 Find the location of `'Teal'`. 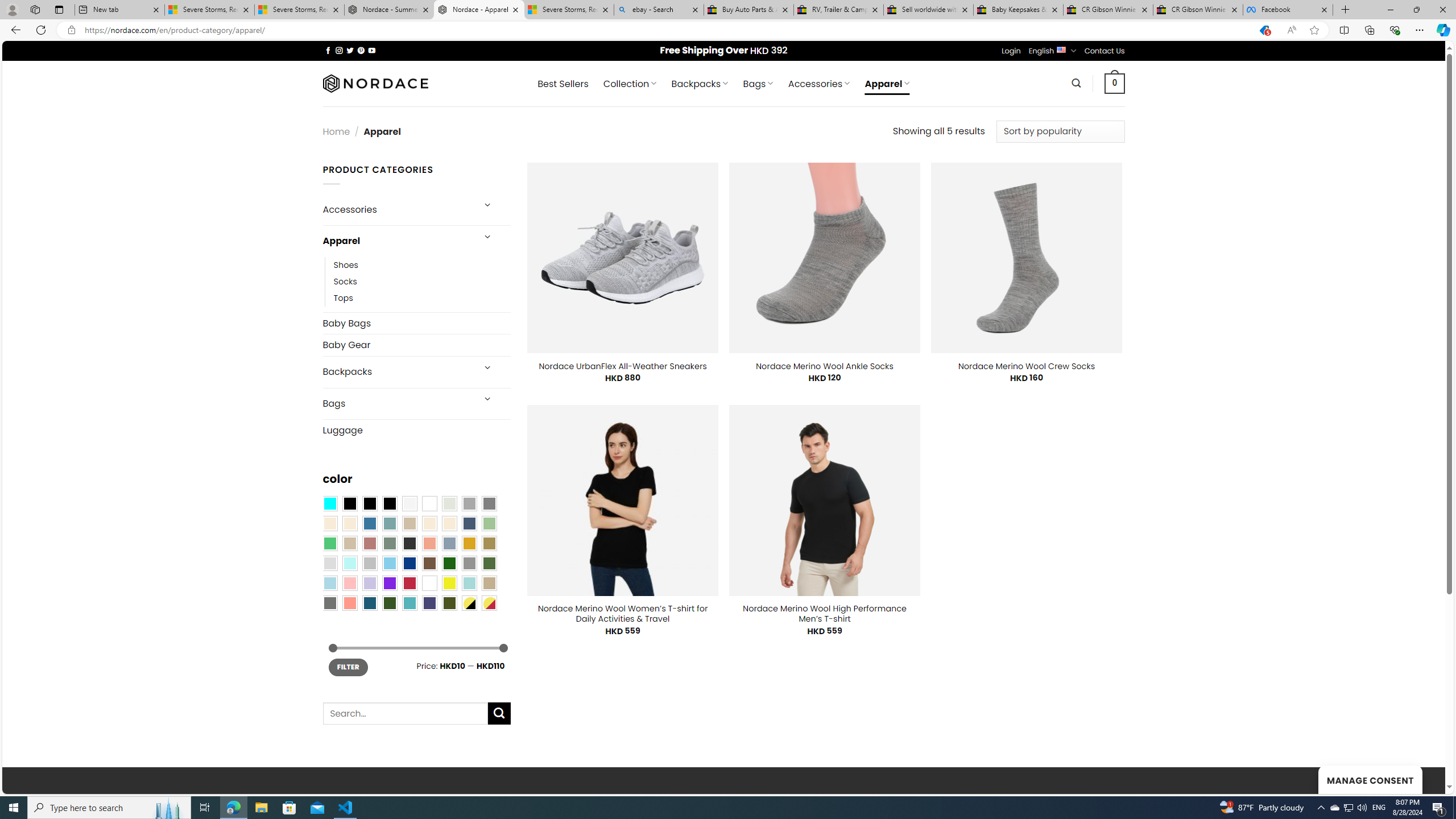

'Teal' is located at coordinates (408, 602).